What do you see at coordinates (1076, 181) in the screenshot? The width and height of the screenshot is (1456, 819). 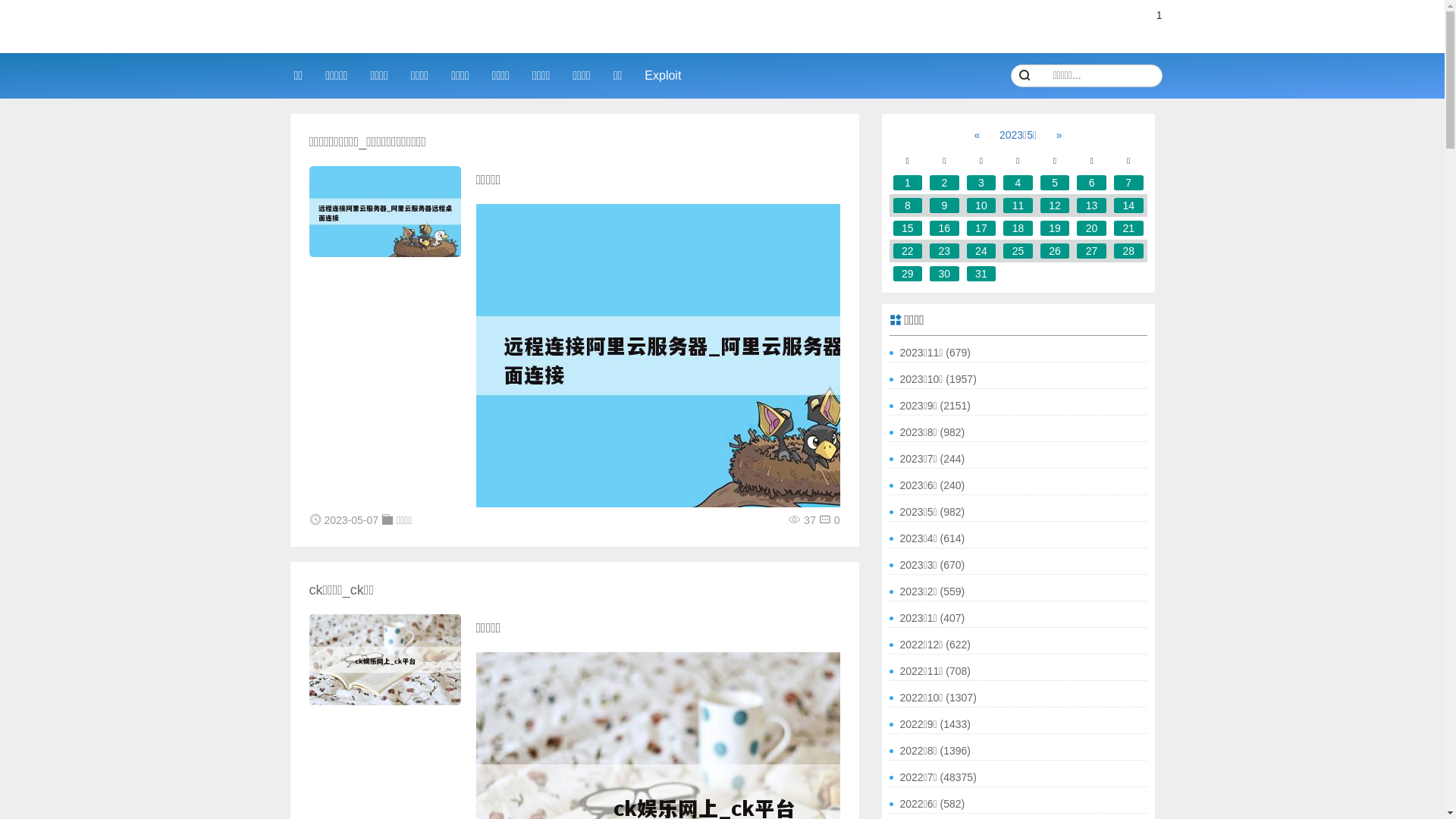 I see `'6'` at bounding box center [1076, 181].